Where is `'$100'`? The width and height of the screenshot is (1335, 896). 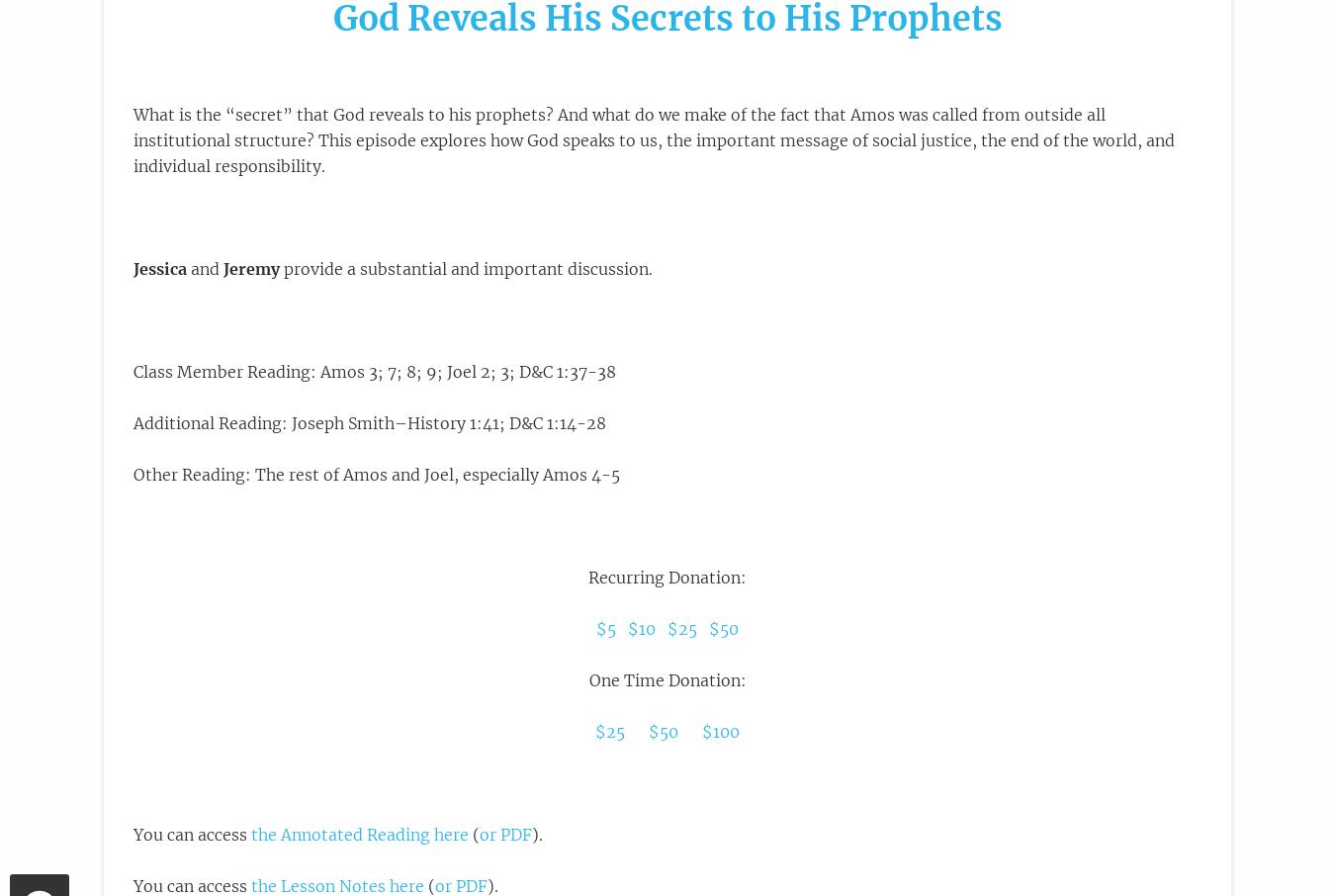 '$100' is located at coordinates (720, 731).